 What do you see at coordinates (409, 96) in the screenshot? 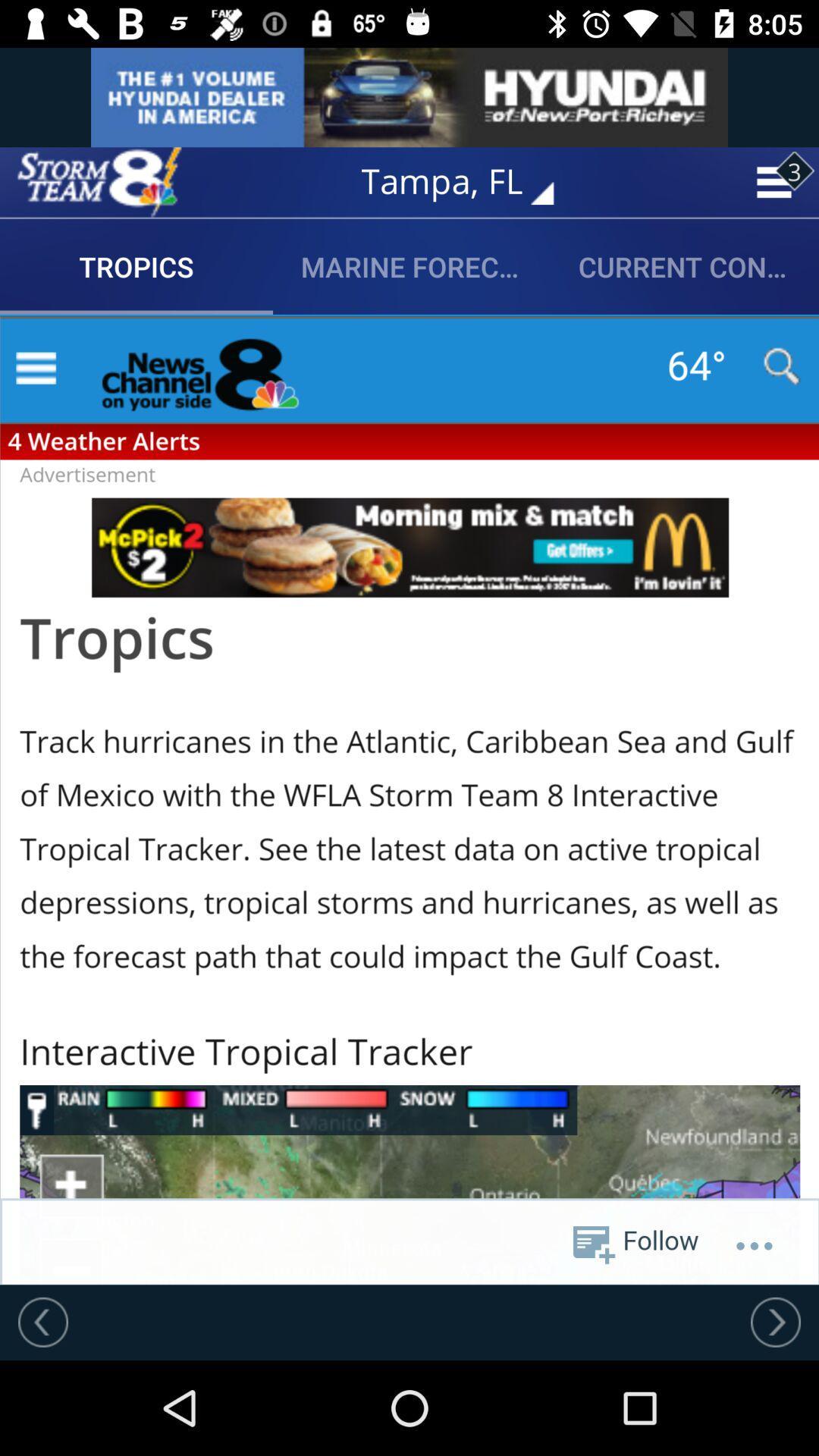
I see `advertisement` at bounding box center [409, 96].